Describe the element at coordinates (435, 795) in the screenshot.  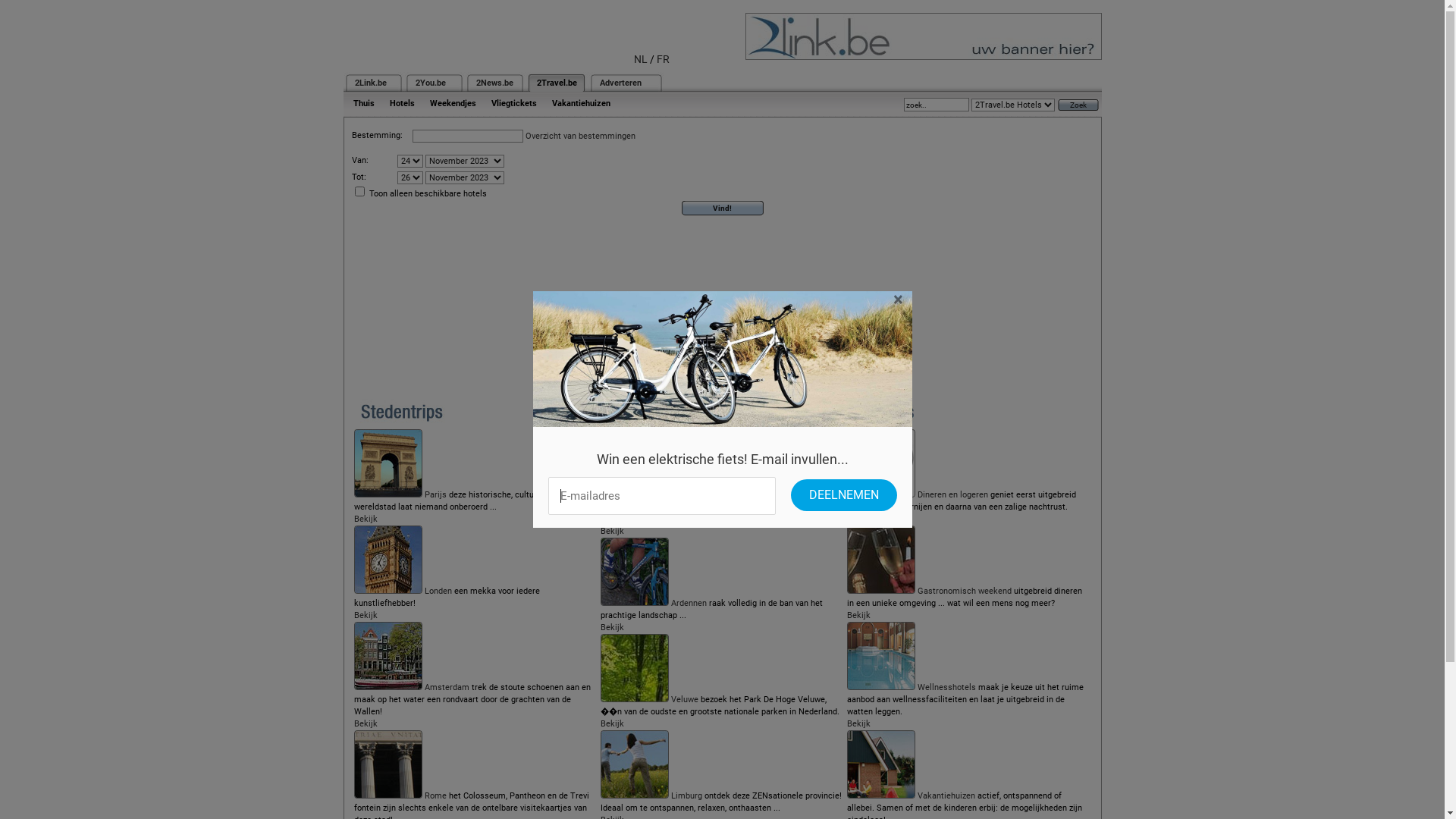
I see `'Rome'` at that location.